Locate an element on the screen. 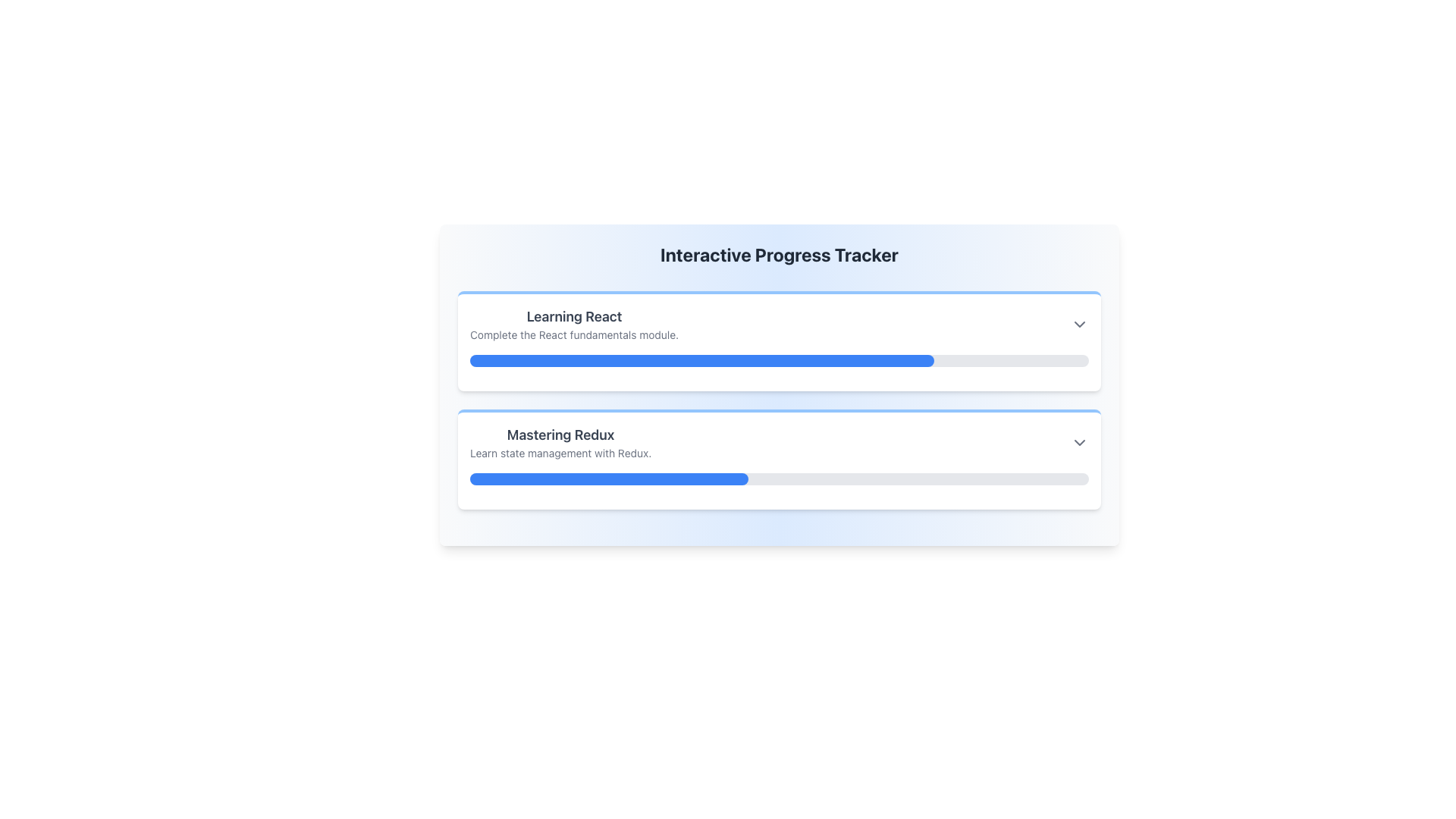 The image size is (1456, 819). the text element reading 'Complete the React fundamentals module.' which is a descriptive subtitle located below the header 'Learning React' is located at coordinates (573, 334).